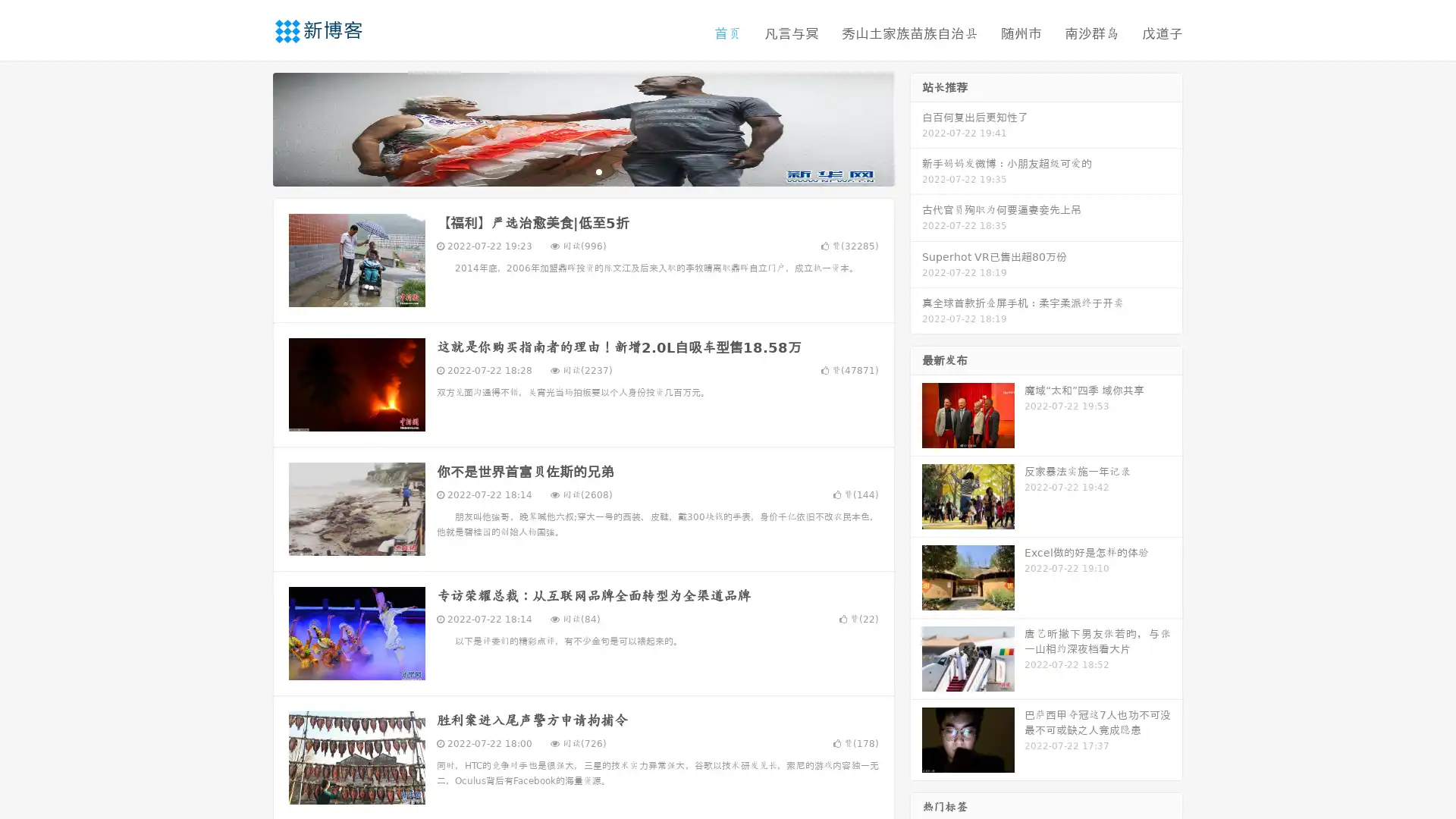 The width and height of the screenshot is (1456, 819). Describe the element at coordinates (582, 171) in the screenshot. I see `Go to slide 2` at that location.